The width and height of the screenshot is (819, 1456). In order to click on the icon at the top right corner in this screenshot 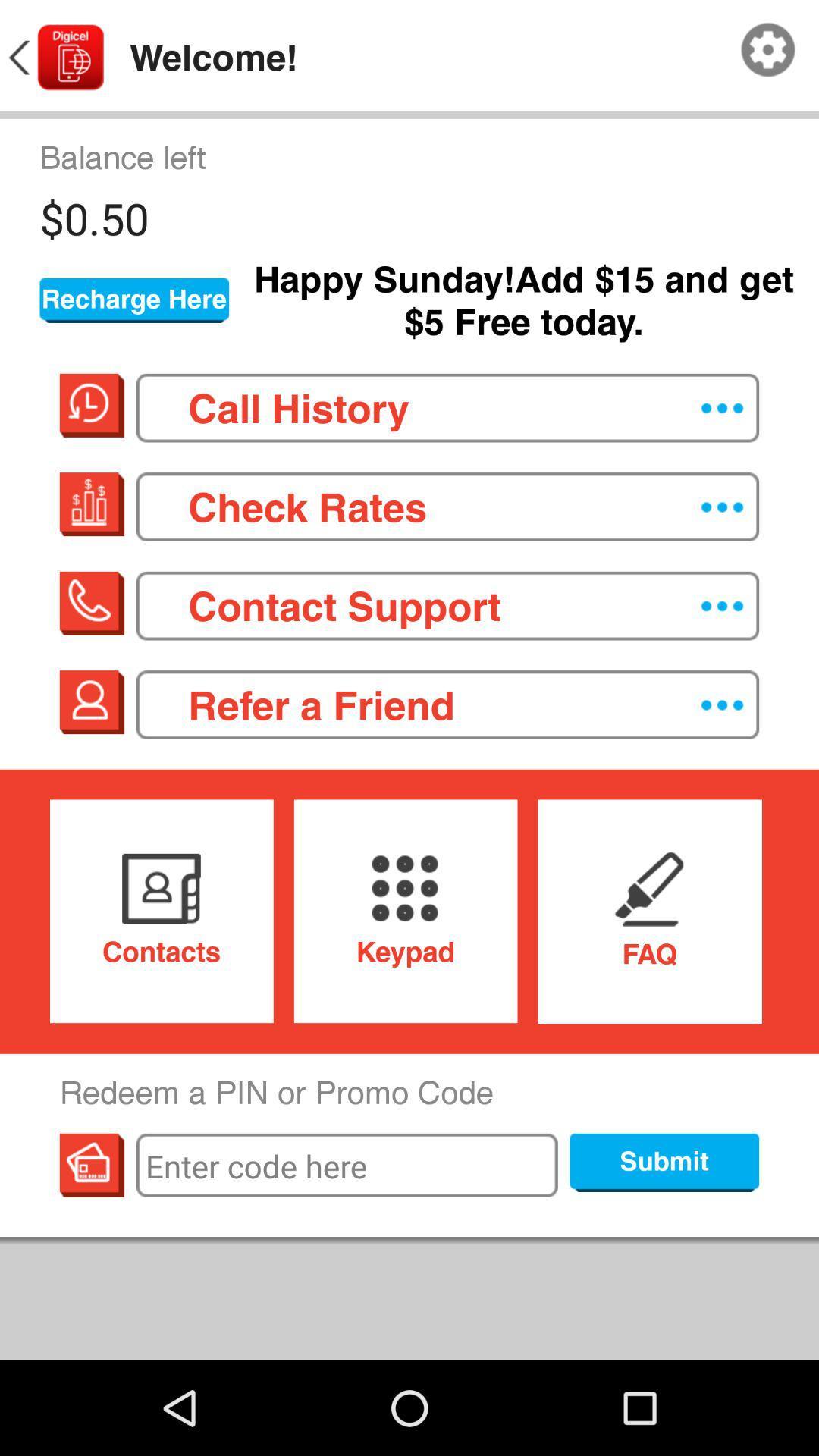, I will do `click(768, 50)`.